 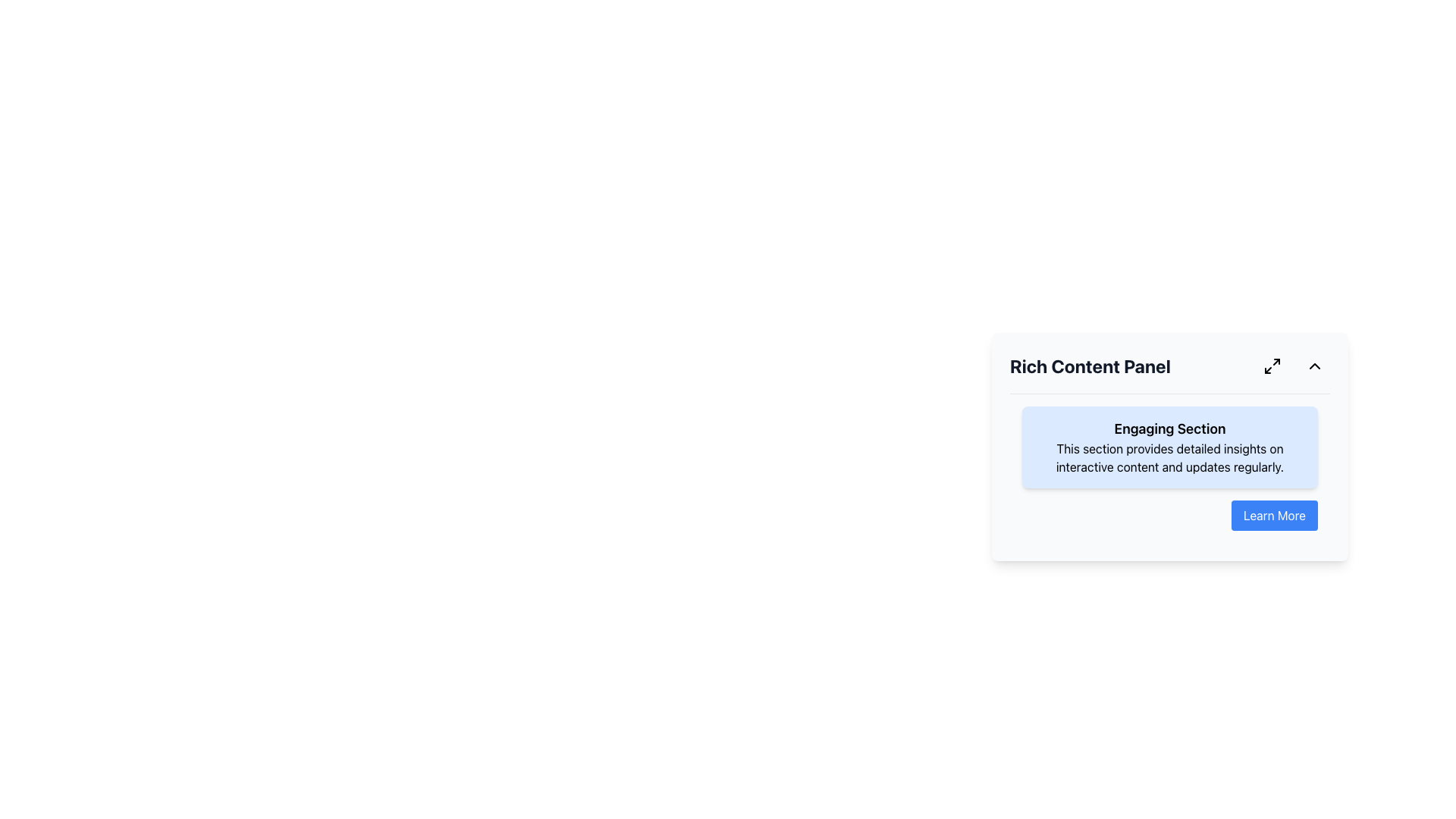 I want to click on the Text label that serves as a header or title for the content section, located at the top of the light blue box above the description text, so click(x=1169, y=429).